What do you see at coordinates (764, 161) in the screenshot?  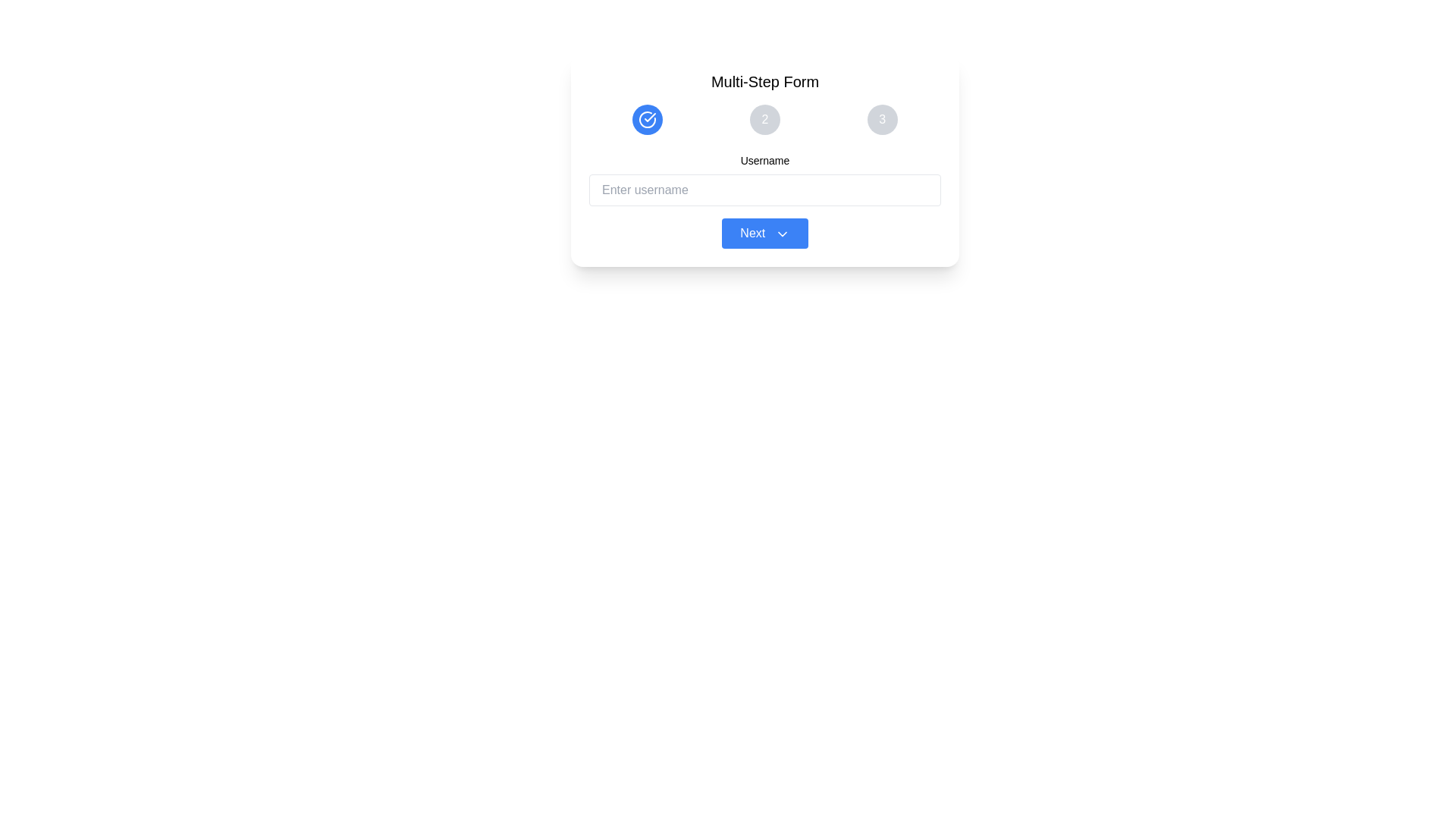 I see `the 'Username' label, which is a small, medium-weight text element centered above an input field in the form` at bounding box center [764, 161].